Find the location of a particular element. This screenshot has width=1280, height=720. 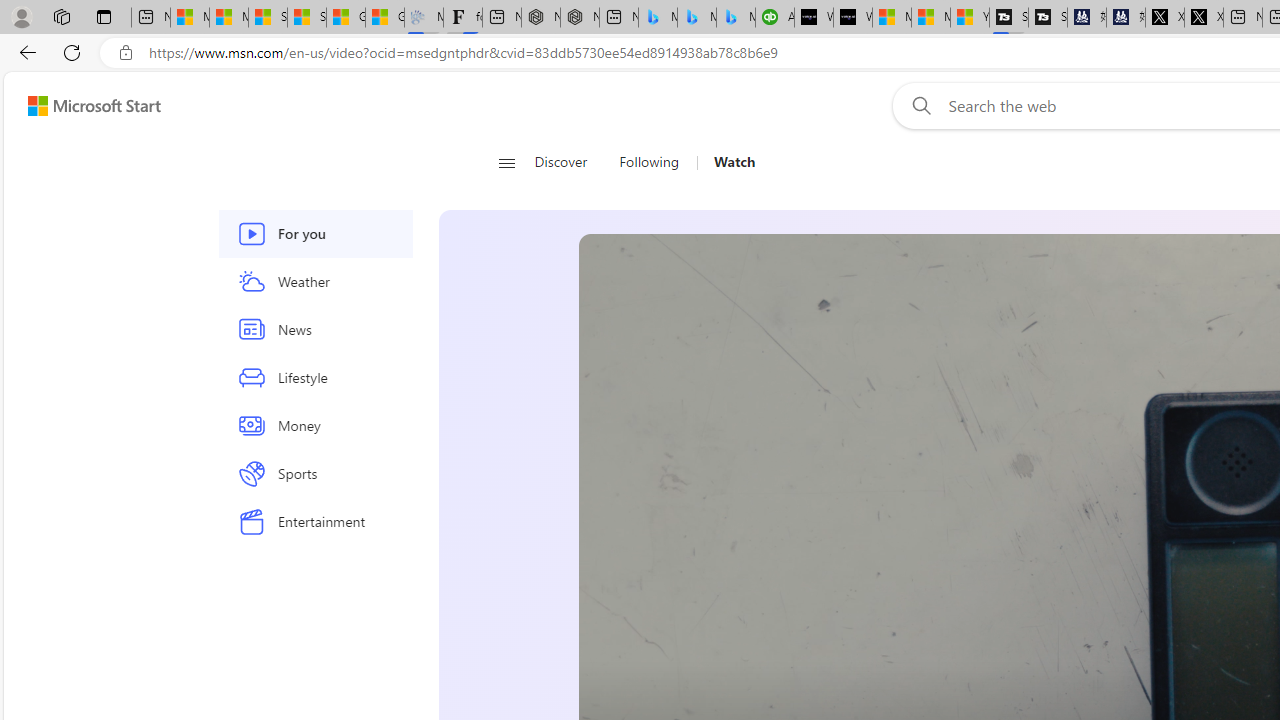

'Accounting Software for Accountants, CPAs and Bookkeepers' is located at coordinates (774, 17).